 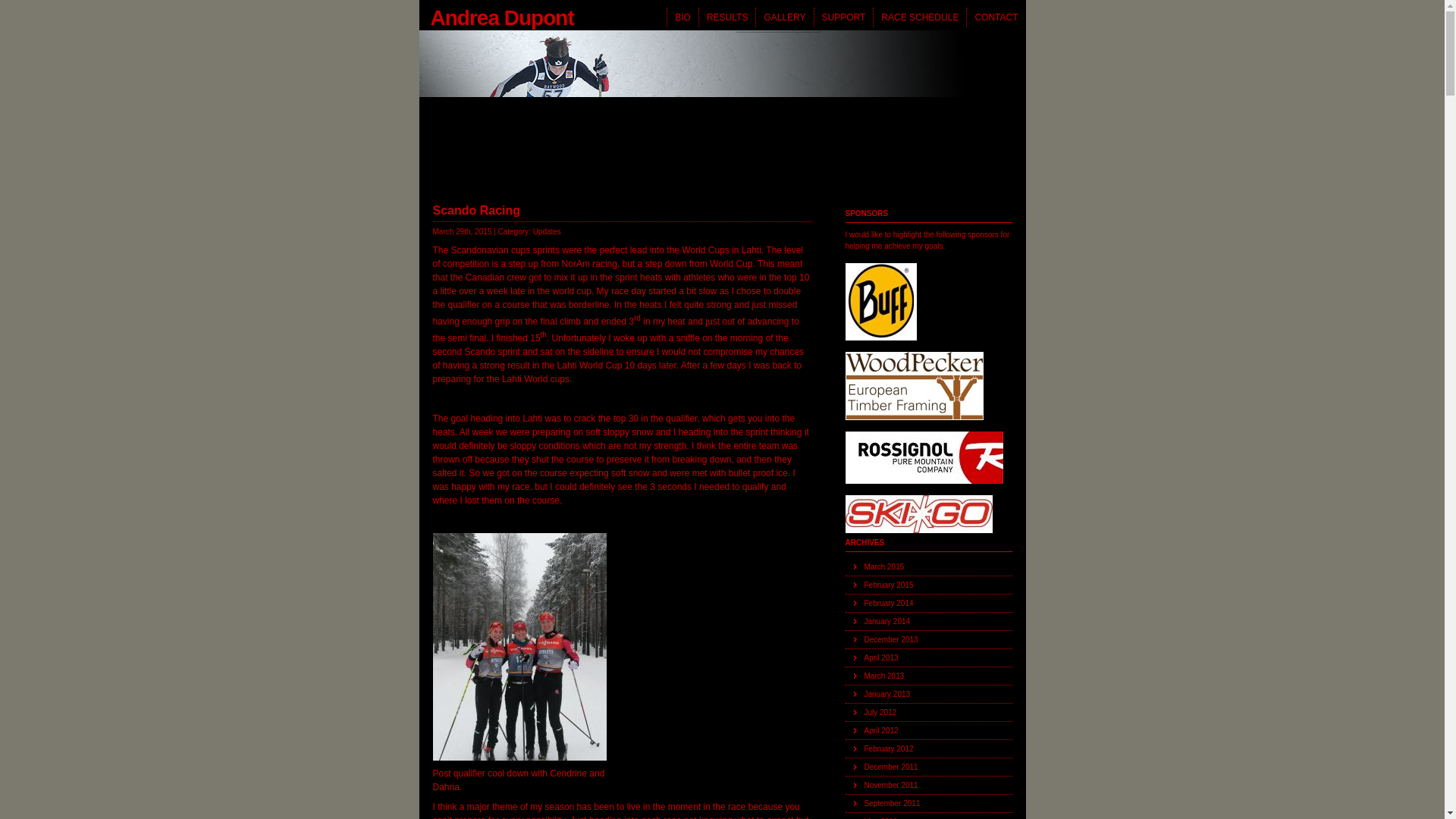 I want to click on 'RACE SCHEDULE', so click(x=918, y=17).